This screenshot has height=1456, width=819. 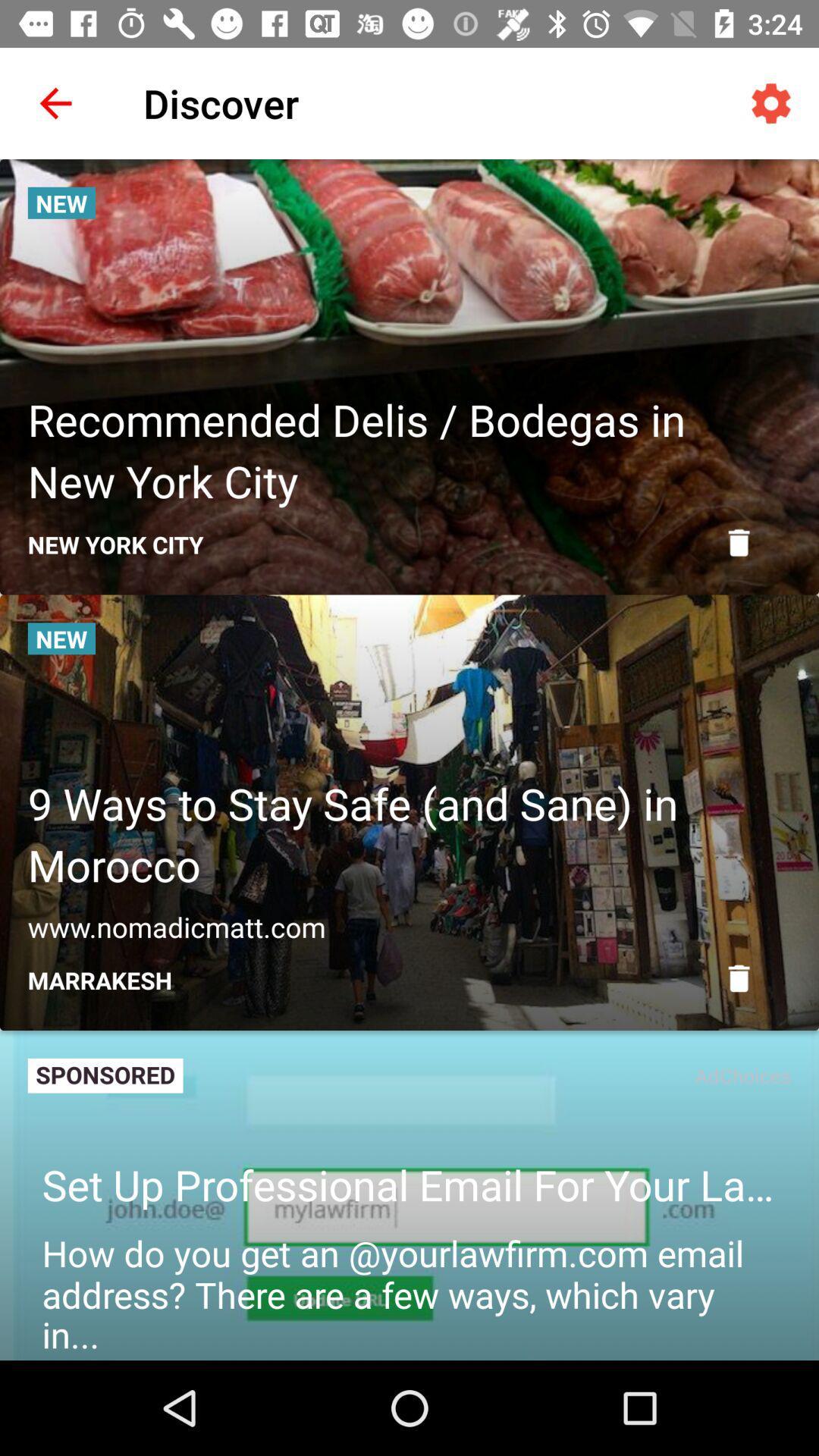 What do you see at coordinates (738, 978) in the screenshot?
I see `delete option` at bounding box center [738, 978].